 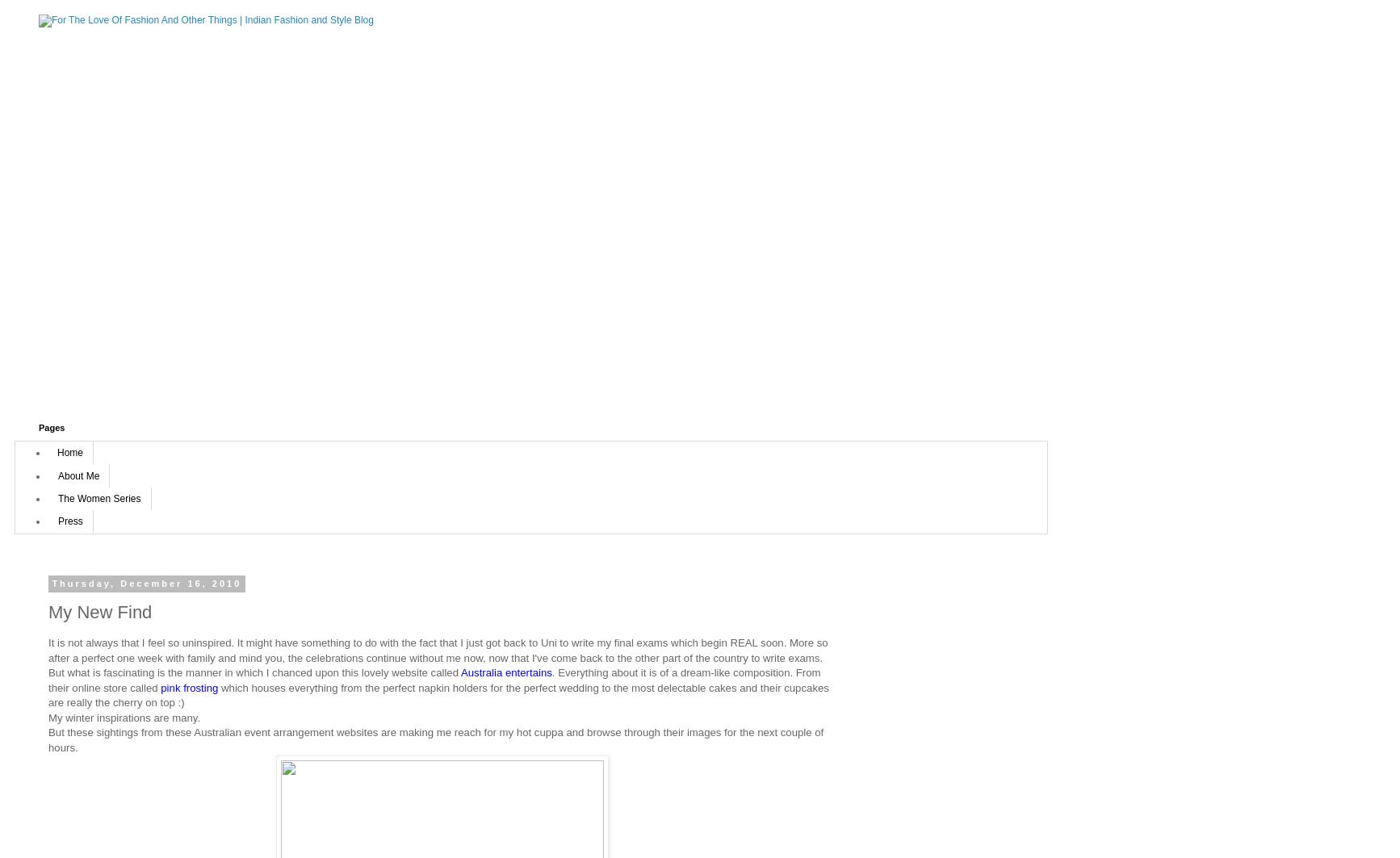 I want to click on 'My winter inspirations are many.', so click(x=124, y=716).